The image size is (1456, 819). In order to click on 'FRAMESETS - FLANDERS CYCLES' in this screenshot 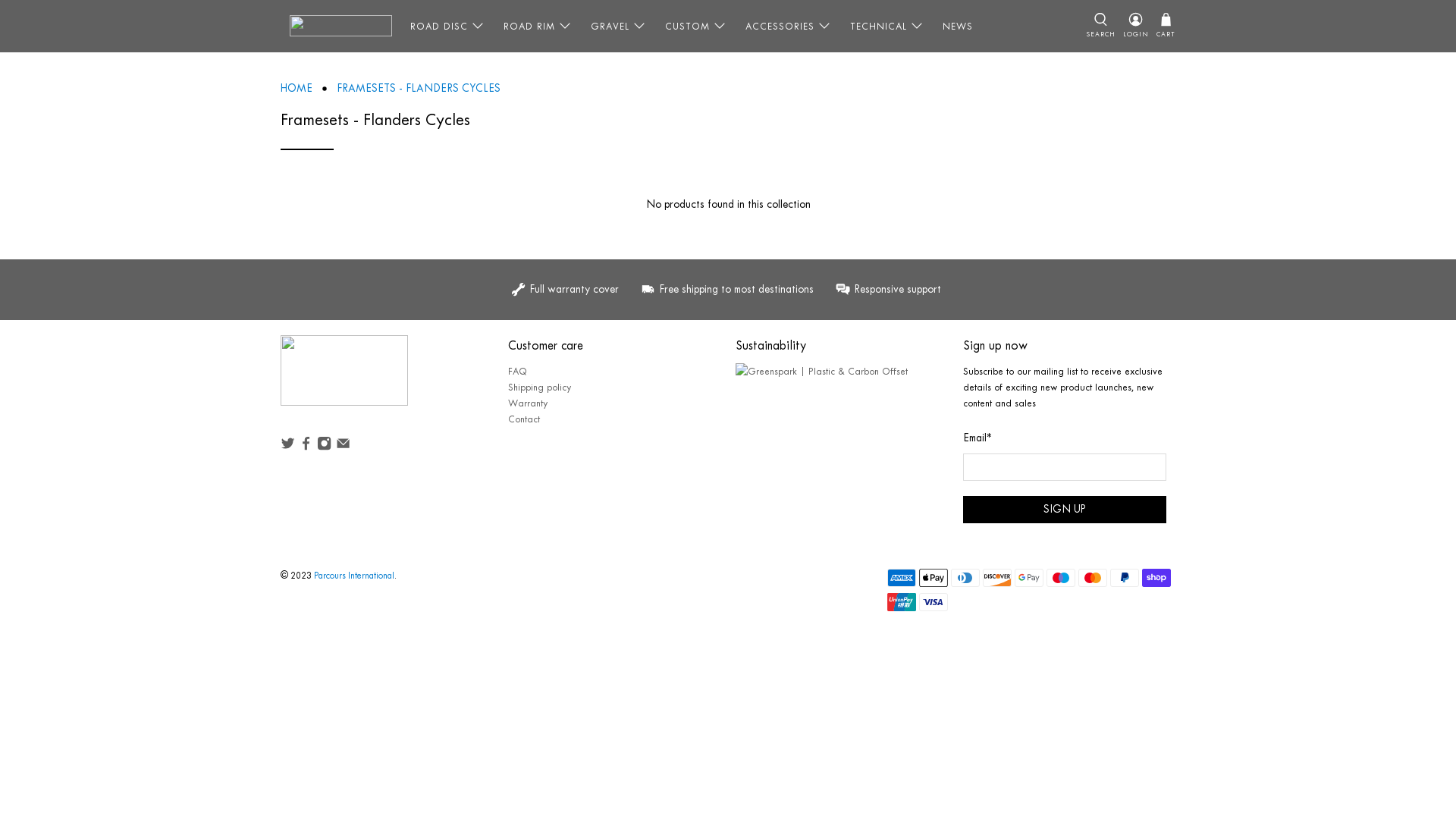, I will do `click(419, 88)`.